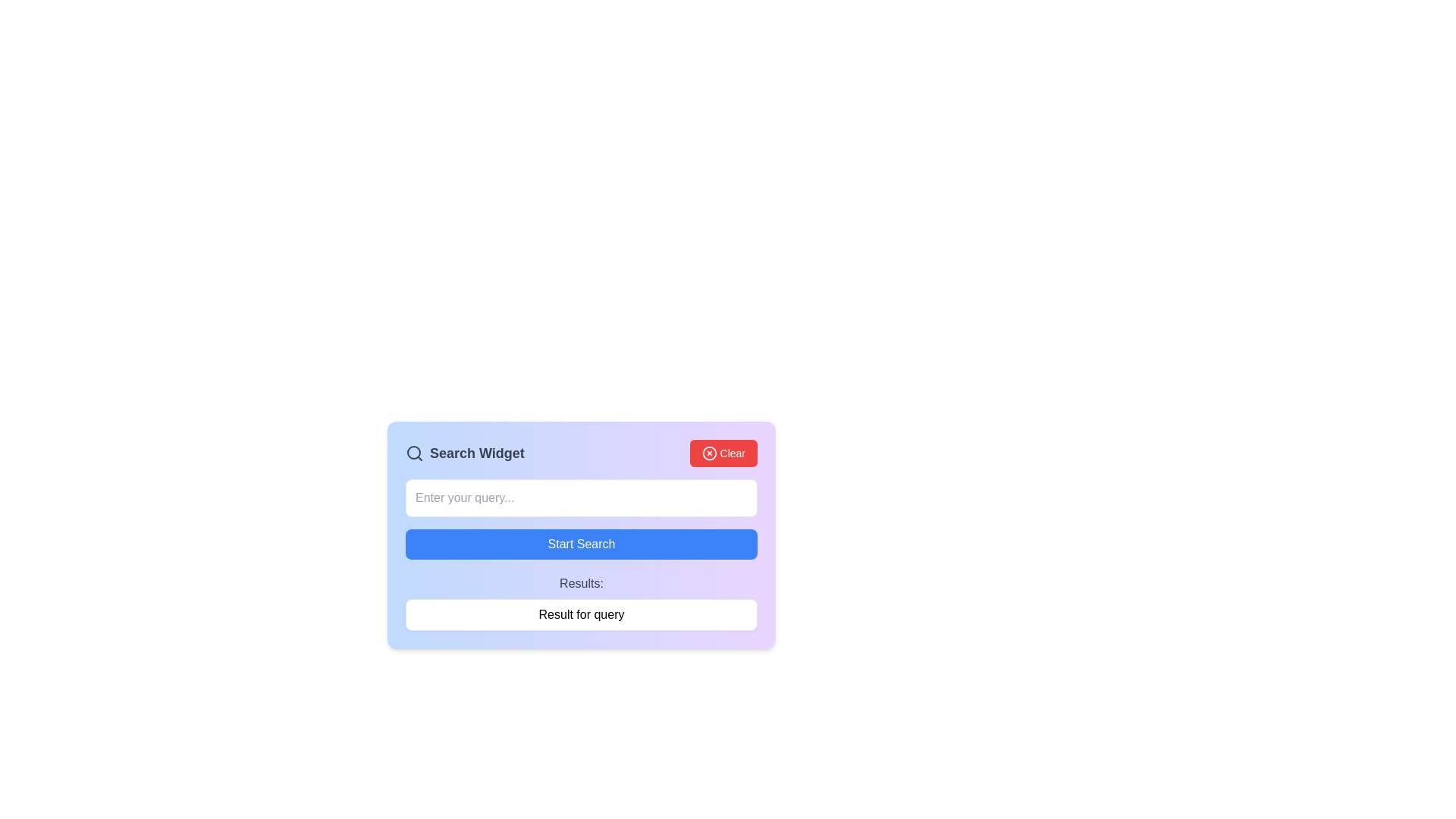 The width and height of the screenshot is (1456, 819). I want to click on displayed text in the Text Display section located below the 'Start Search' button, which shows the results of a query, so click(581, 601).